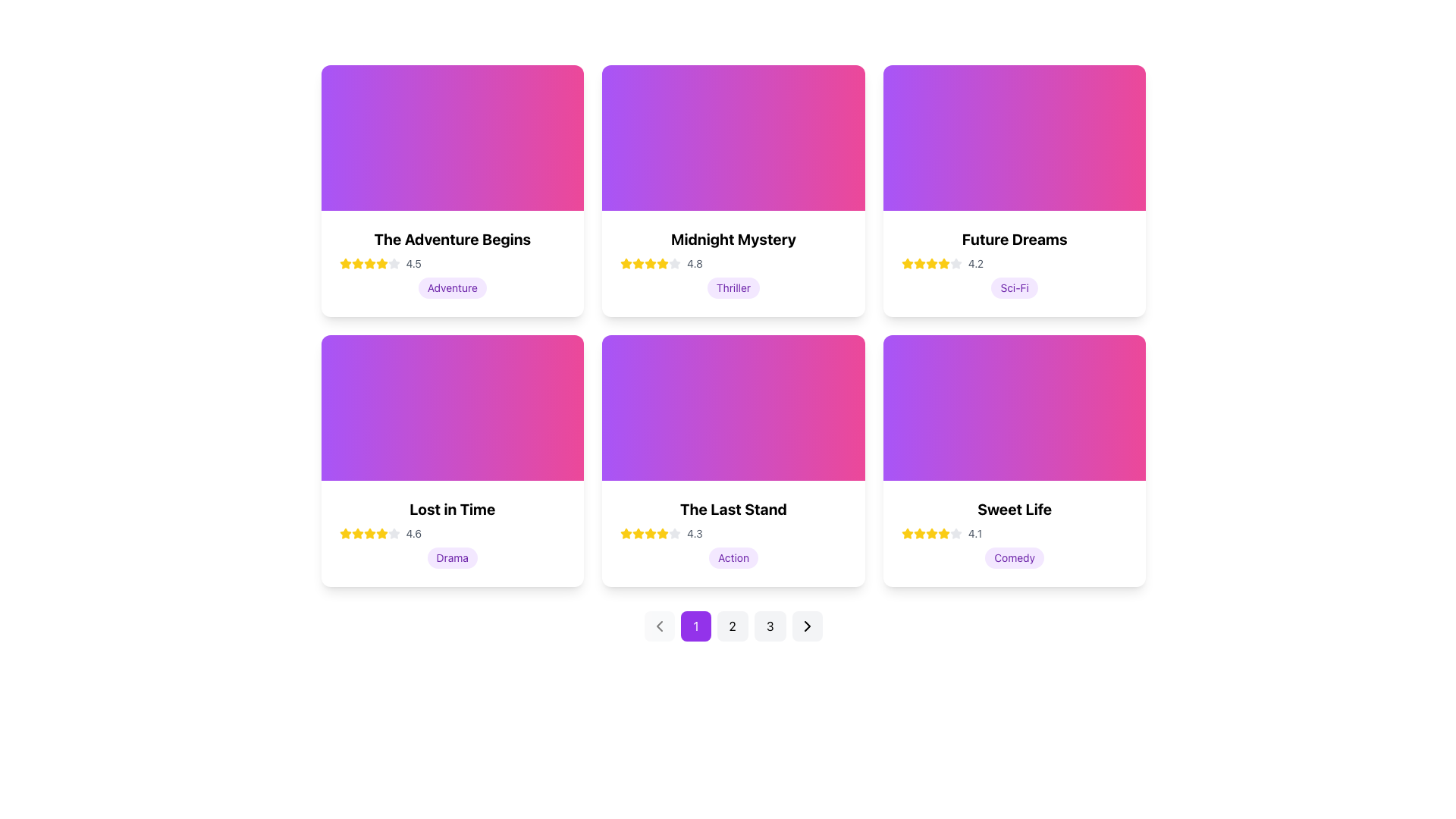 This screenshot has width=1456, height=819. Describe the element at coordinates (907, 533) in the screenshot. I see `the first yellow star icon in the rating system for the movie 'Sweet Life', which represents a 4.1 rating` at that location.